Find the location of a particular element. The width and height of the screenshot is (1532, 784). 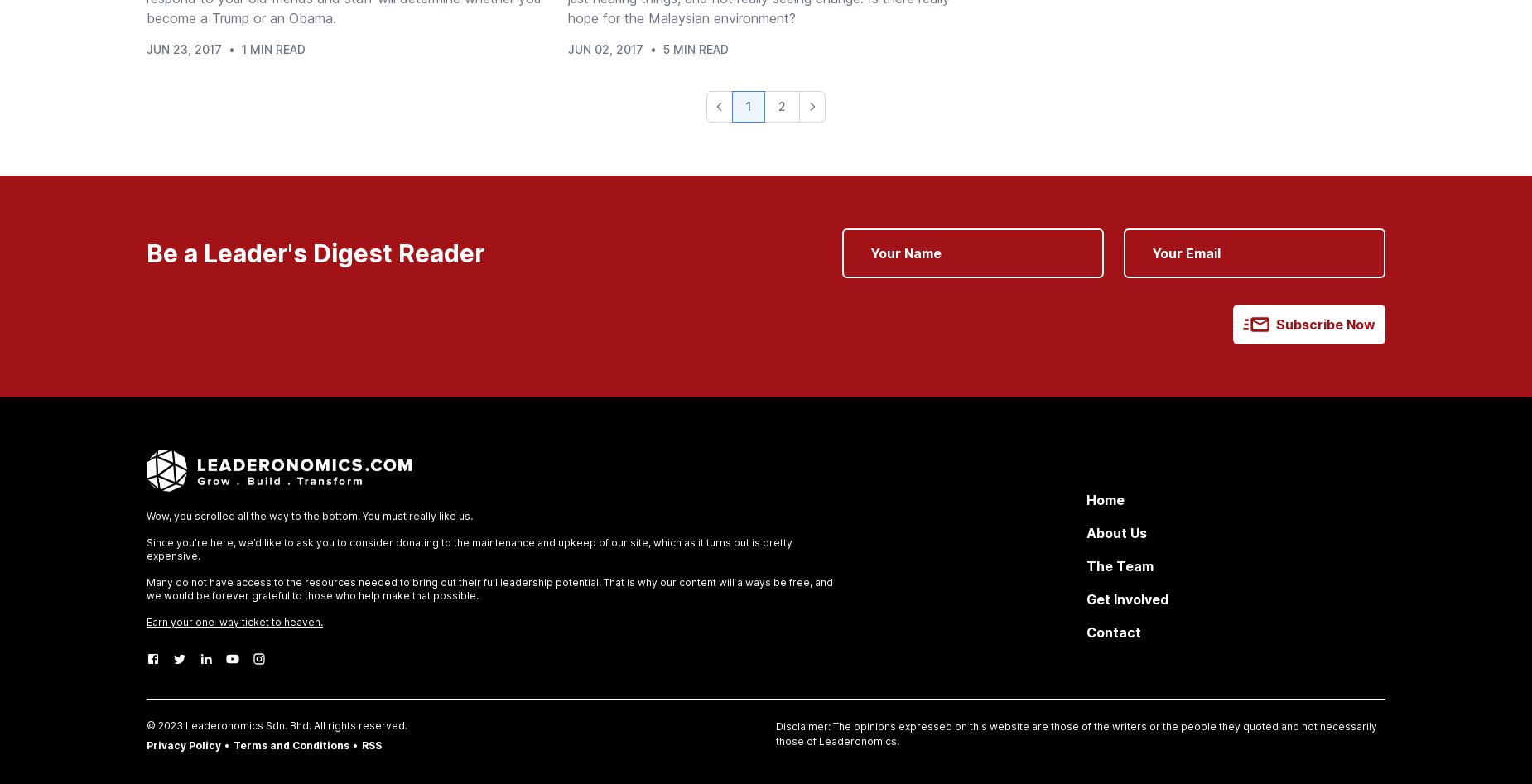

'2' is located at coordinates (781, 105).